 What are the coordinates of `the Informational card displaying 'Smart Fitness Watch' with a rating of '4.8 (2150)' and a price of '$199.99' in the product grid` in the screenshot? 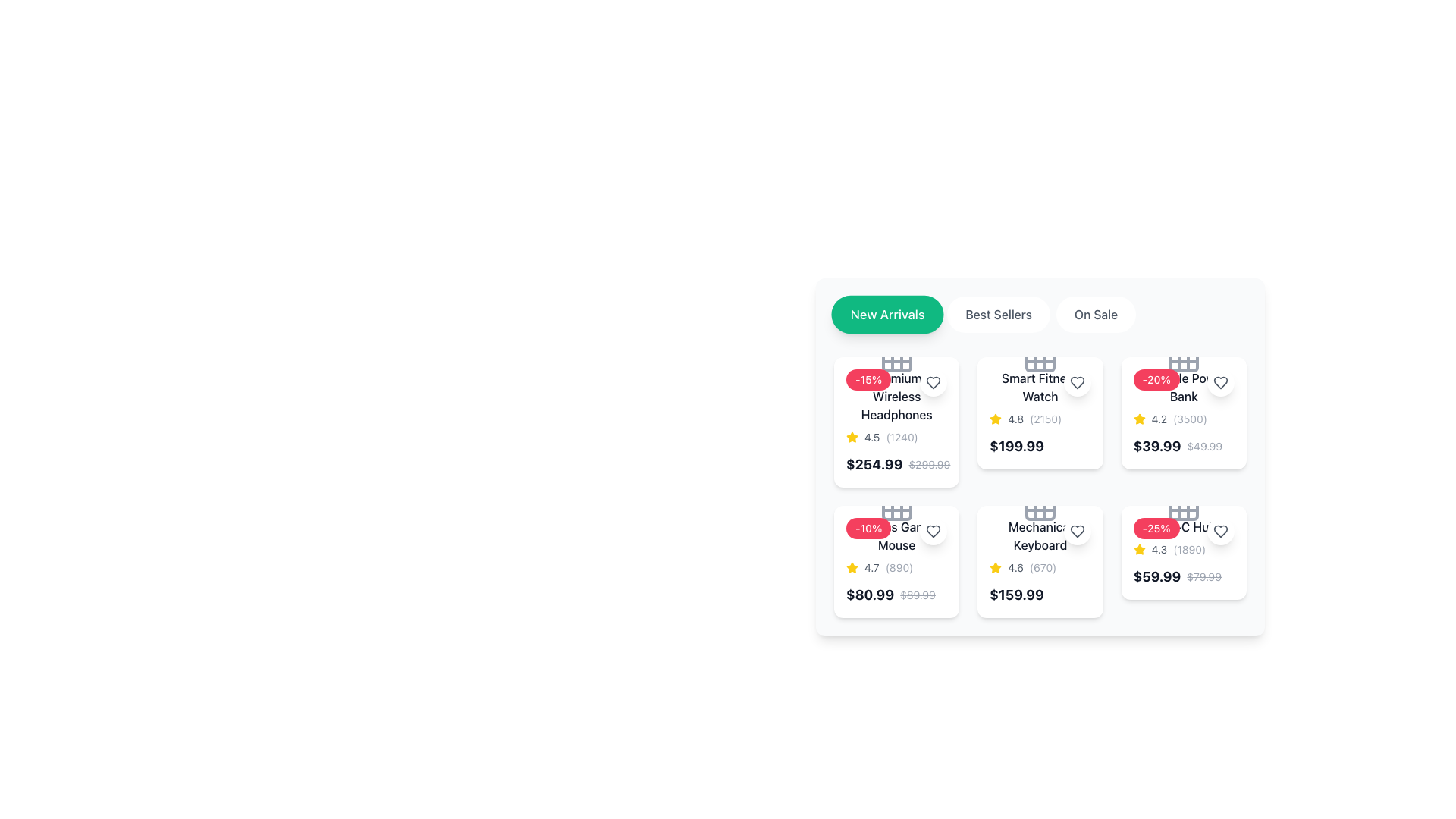 It's located at (1040, 413).